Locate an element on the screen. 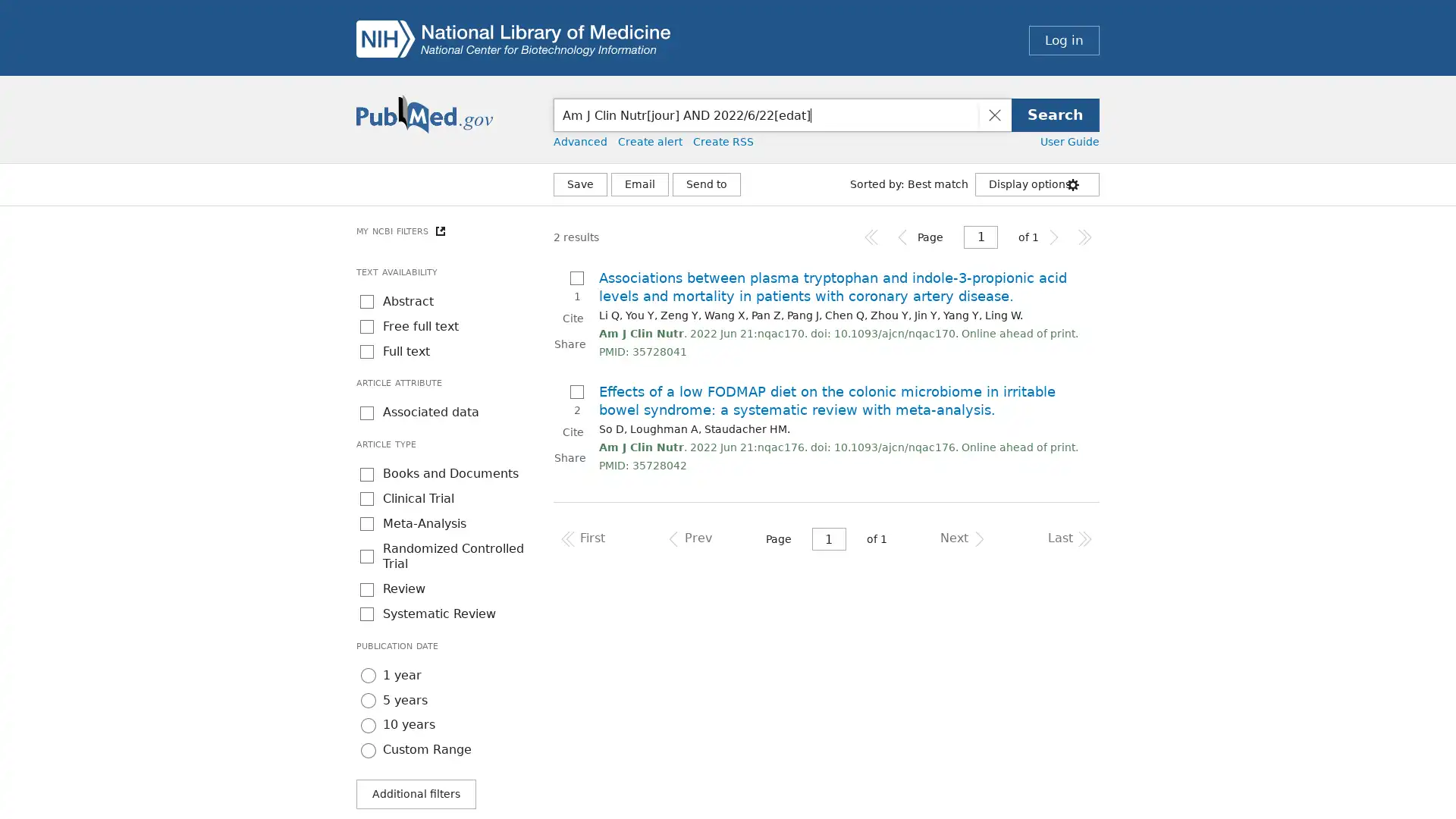 This screenshot has height=819, width=1456. More Actions is located at coordinates (705, 184).